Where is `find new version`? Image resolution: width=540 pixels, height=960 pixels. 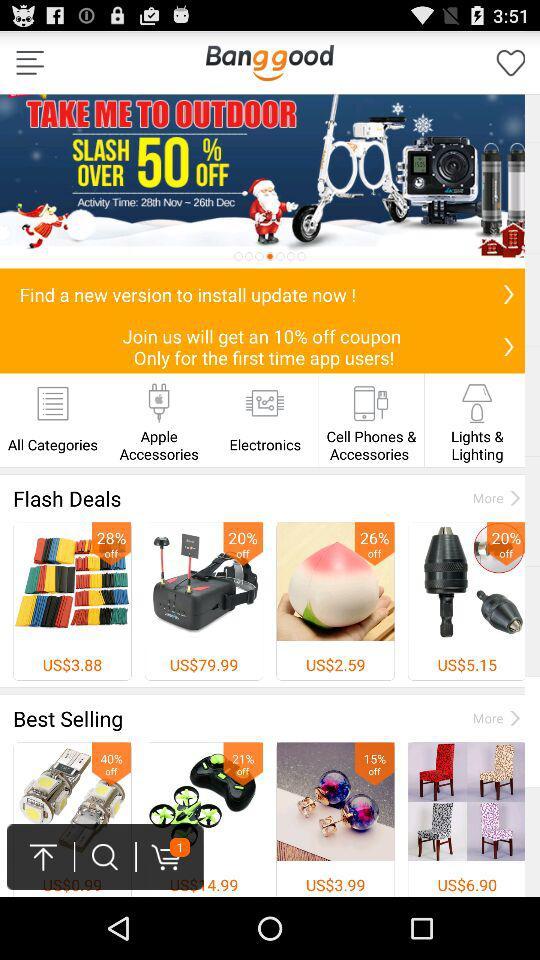
find new version is located at coordinates (508, 293).